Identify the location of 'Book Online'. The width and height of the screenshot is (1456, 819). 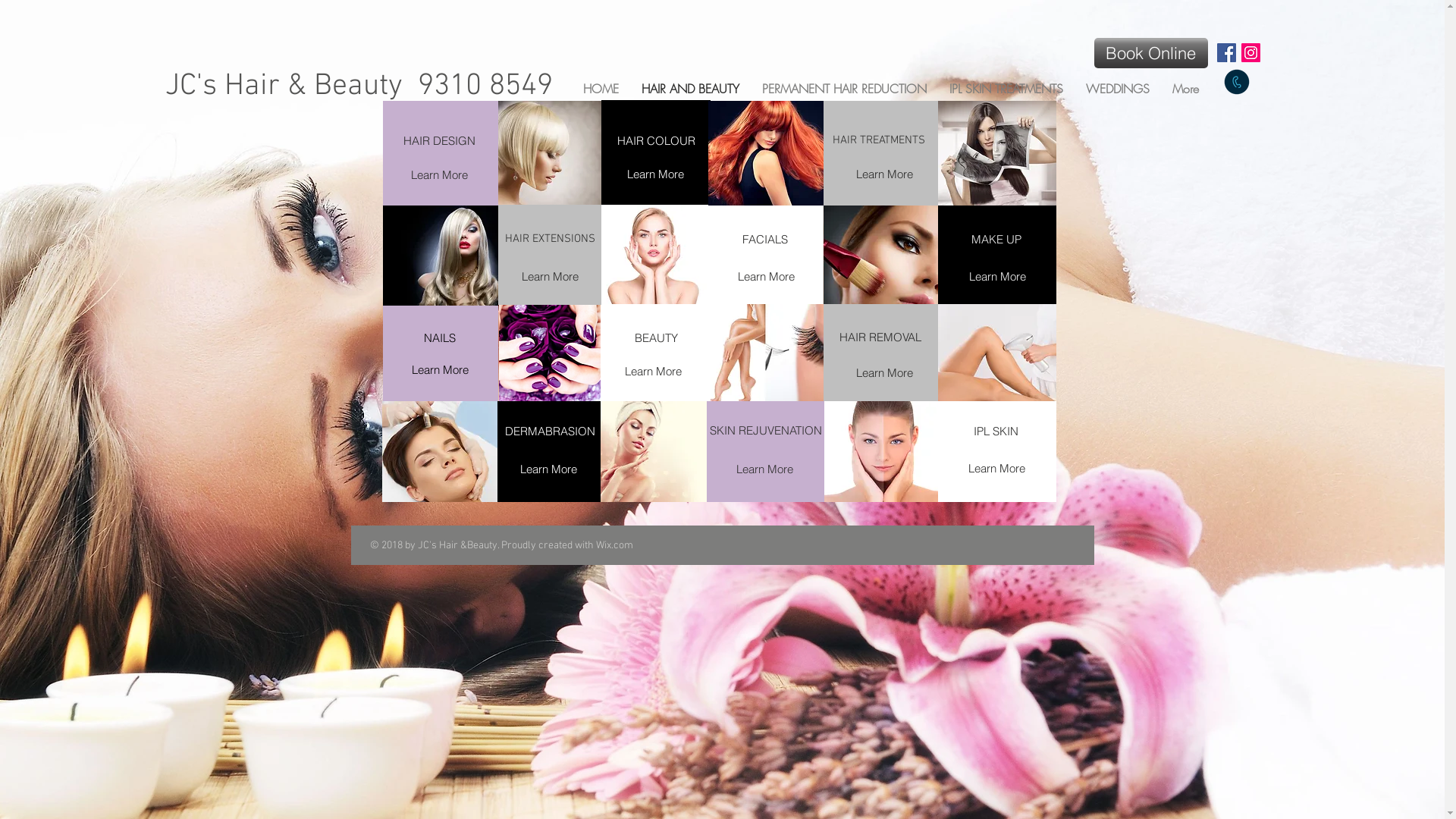
(1150, 52).